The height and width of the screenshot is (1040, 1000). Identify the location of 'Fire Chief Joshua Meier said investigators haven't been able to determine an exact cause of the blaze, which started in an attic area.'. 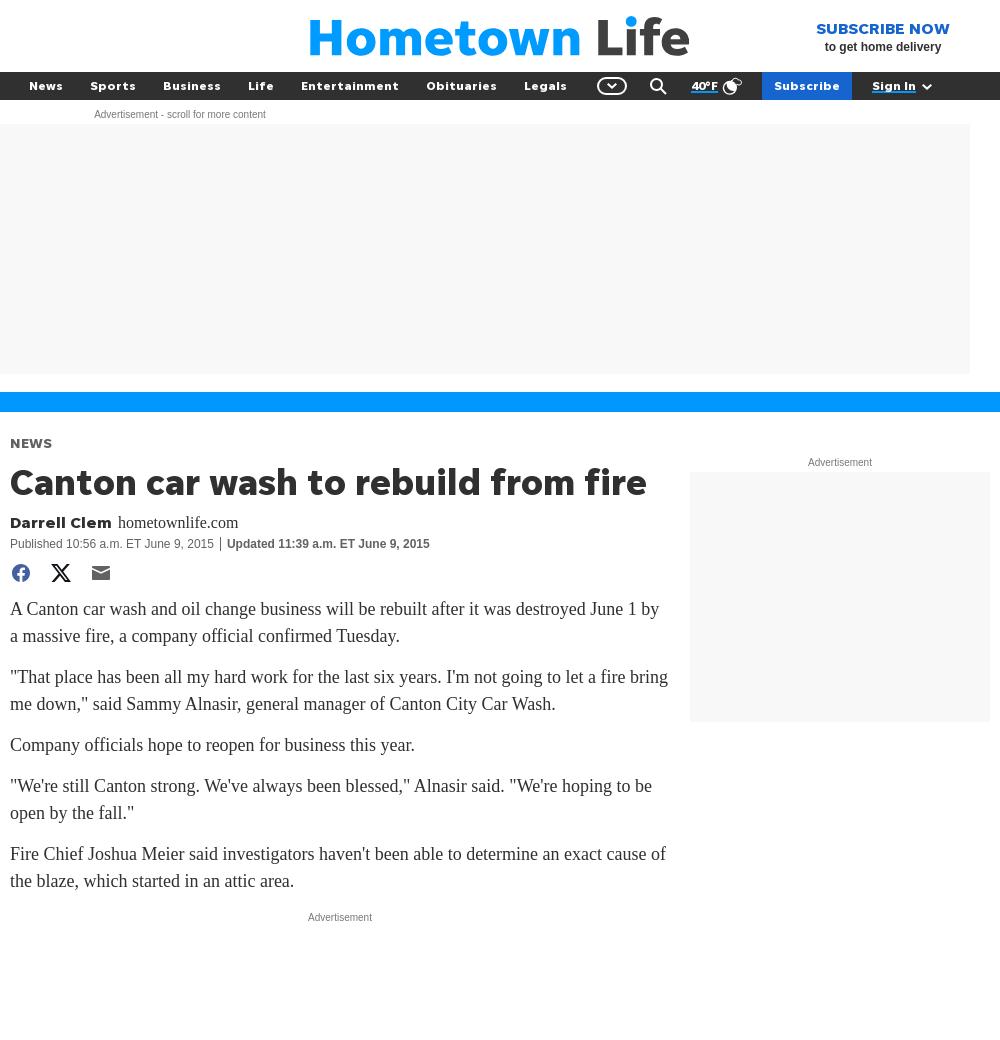
(337, 866).